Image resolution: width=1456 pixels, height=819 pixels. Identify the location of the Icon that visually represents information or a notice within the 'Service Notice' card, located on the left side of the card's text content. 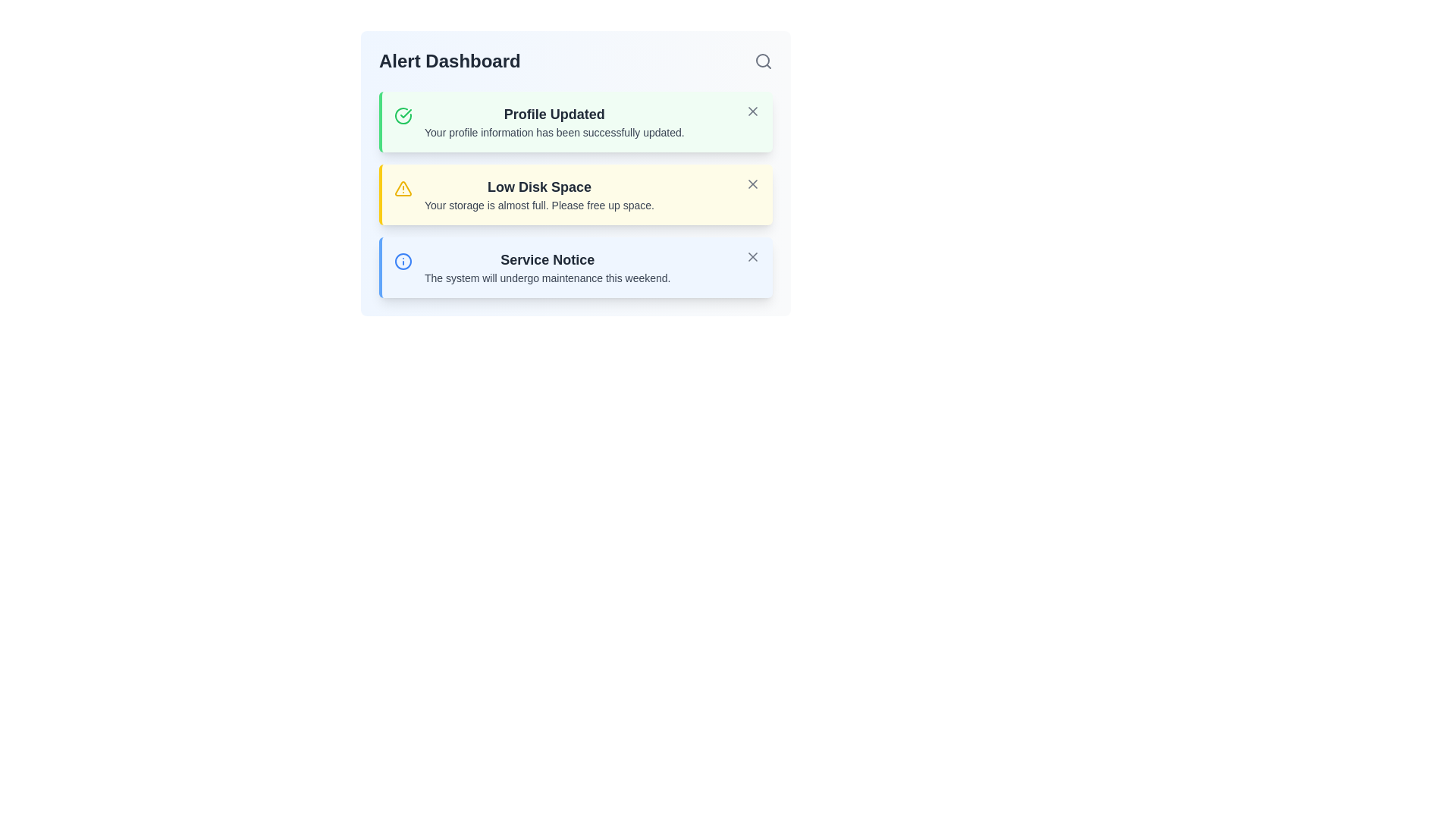
(403, 260).